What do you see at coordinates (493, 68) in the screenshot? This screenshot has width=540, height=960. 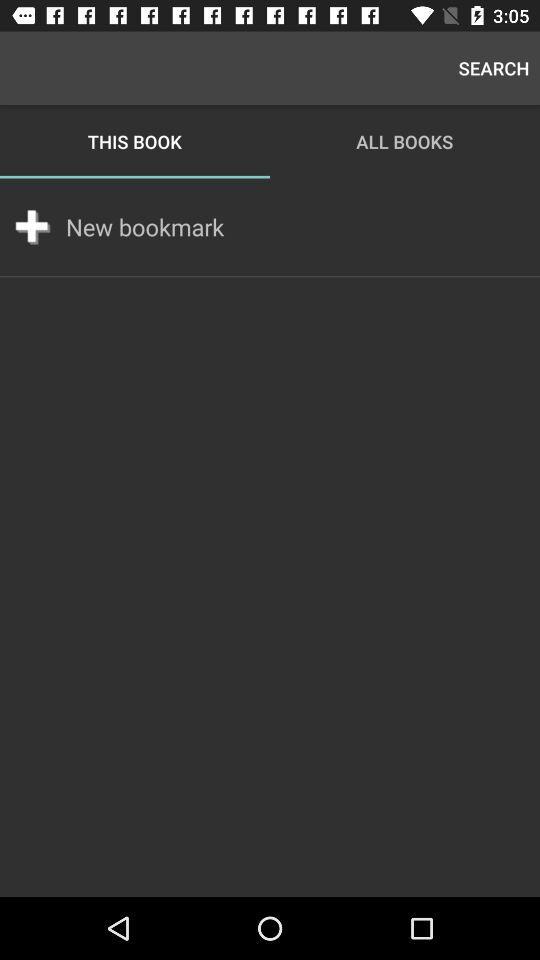 I see `search` at bounding box center [493, 68].